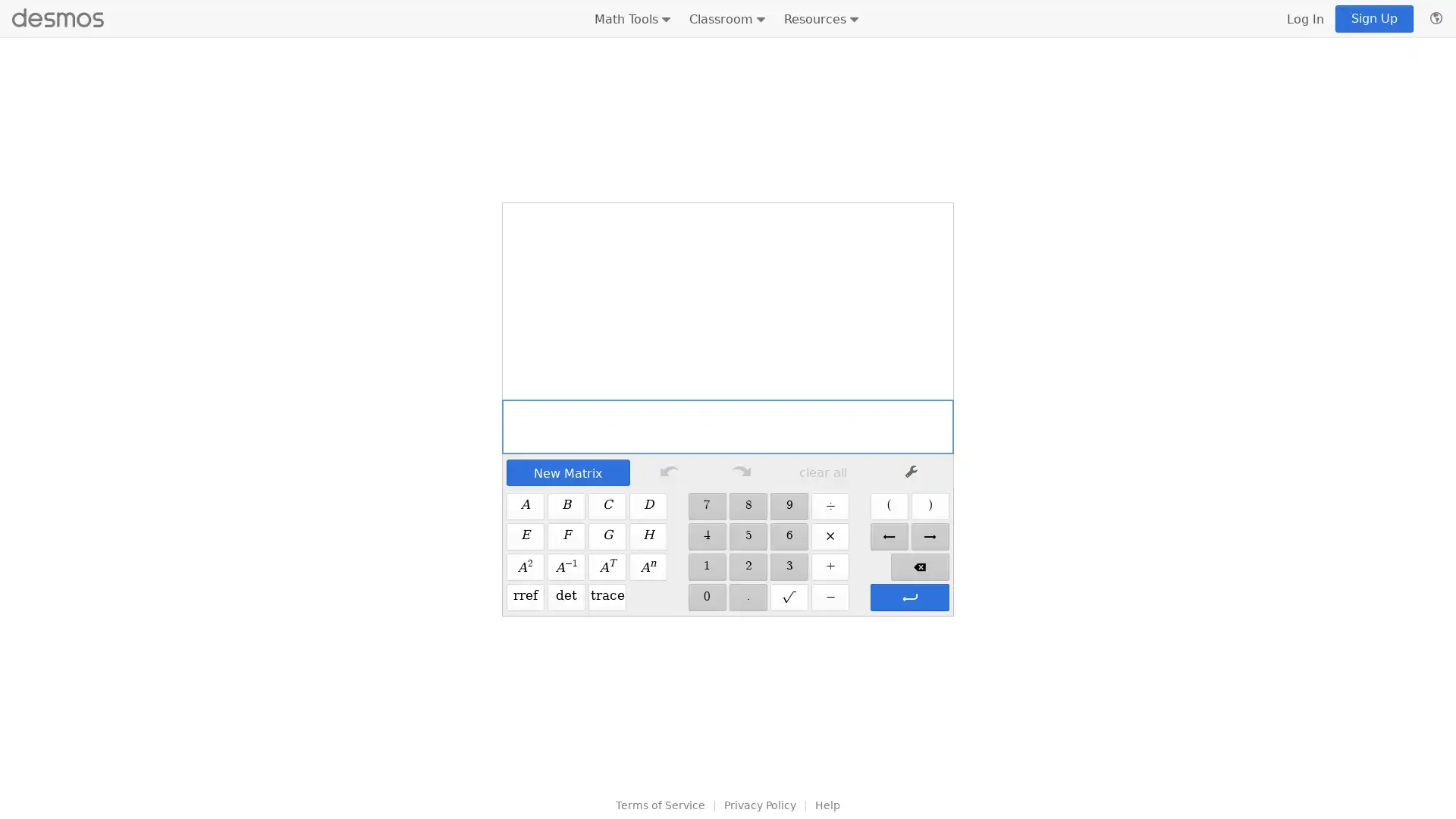 The width and height of the screenshot is (1456, 819). Describe the element at coordinates (822, 472) in the screenshot. I see `clear all` at that location.